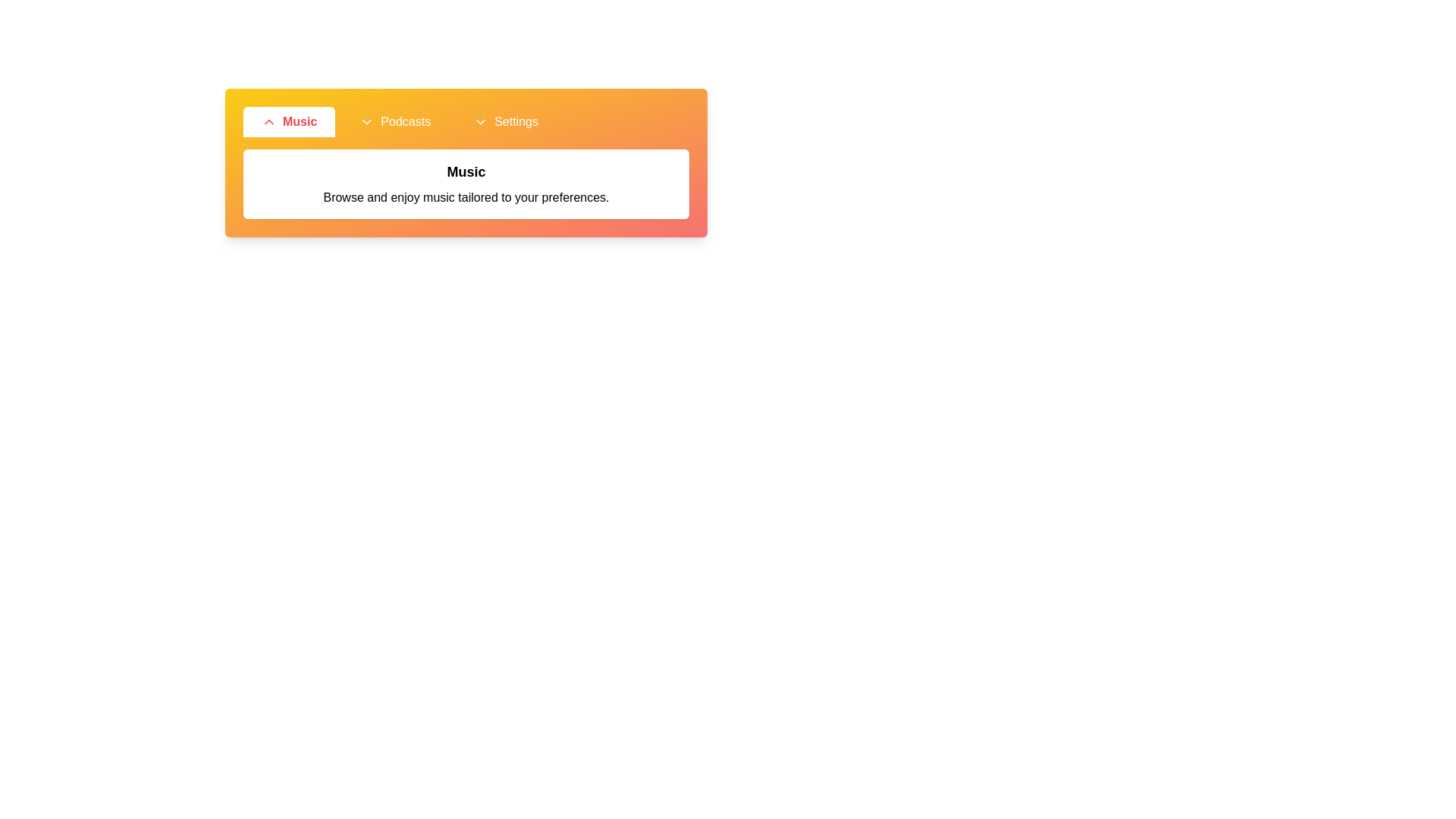  I want to click on the tab Podcasts and read its displayed content, so click(395, 121).